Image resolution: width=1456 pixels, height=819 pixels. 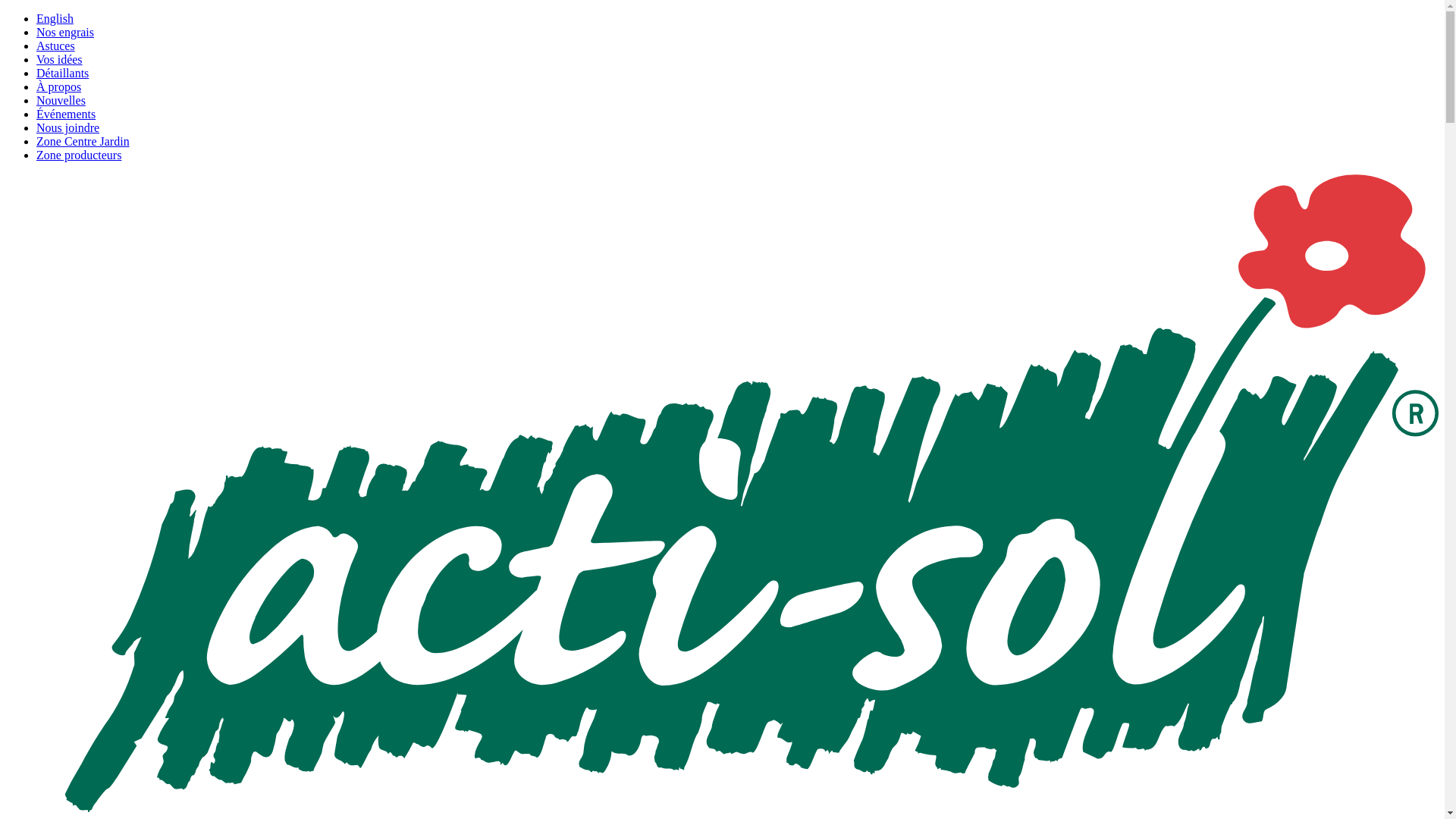 What do you see at coordinates (55, 18) in the screenshot?
I see `'English'` at bounding box center [55, 18].